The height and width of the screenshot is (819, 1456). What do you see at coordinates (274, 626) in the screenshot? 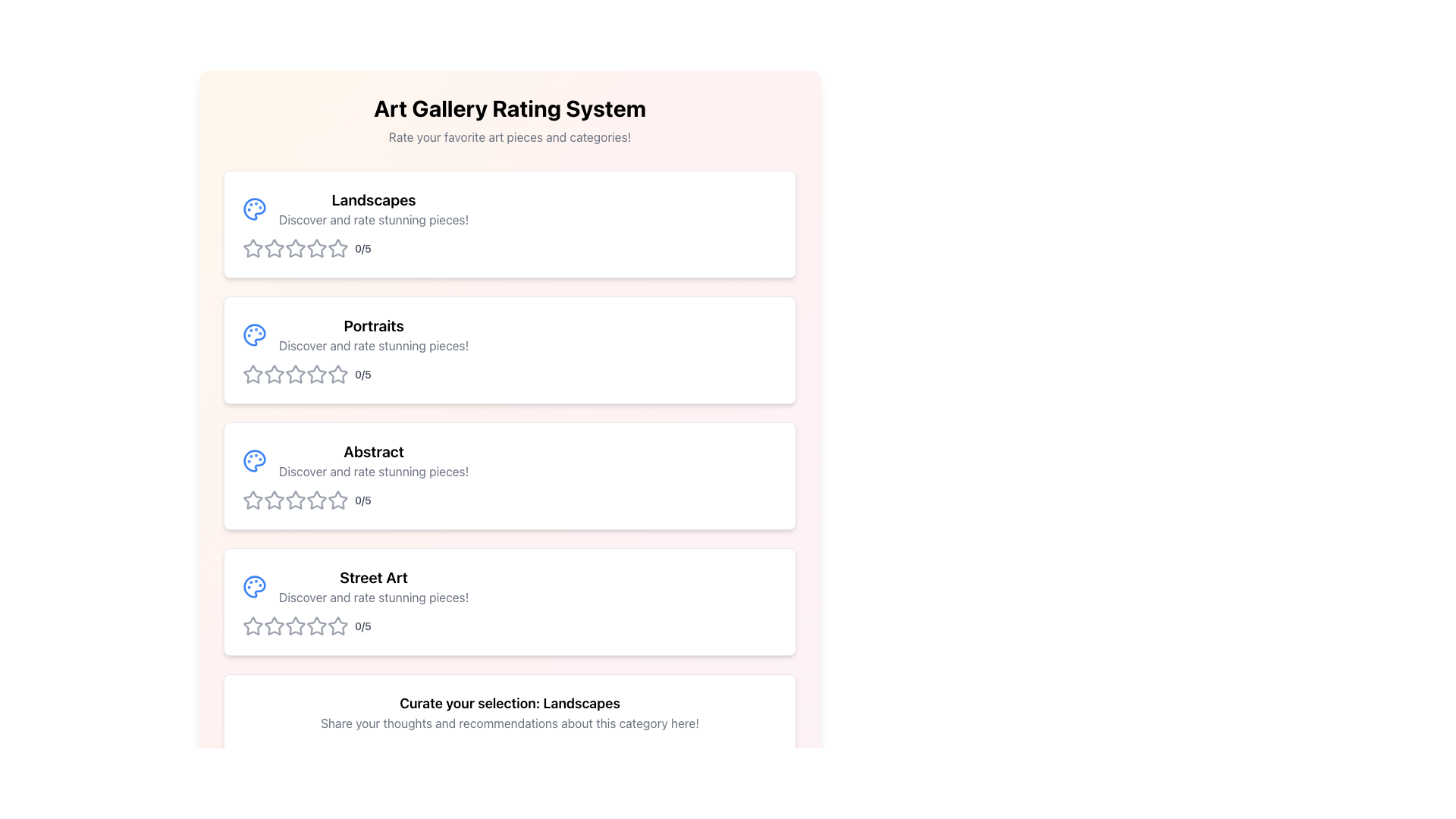
I see `the first star in the row of five rating stars in the 'Street Art' section` at bounding box center [274, 626].